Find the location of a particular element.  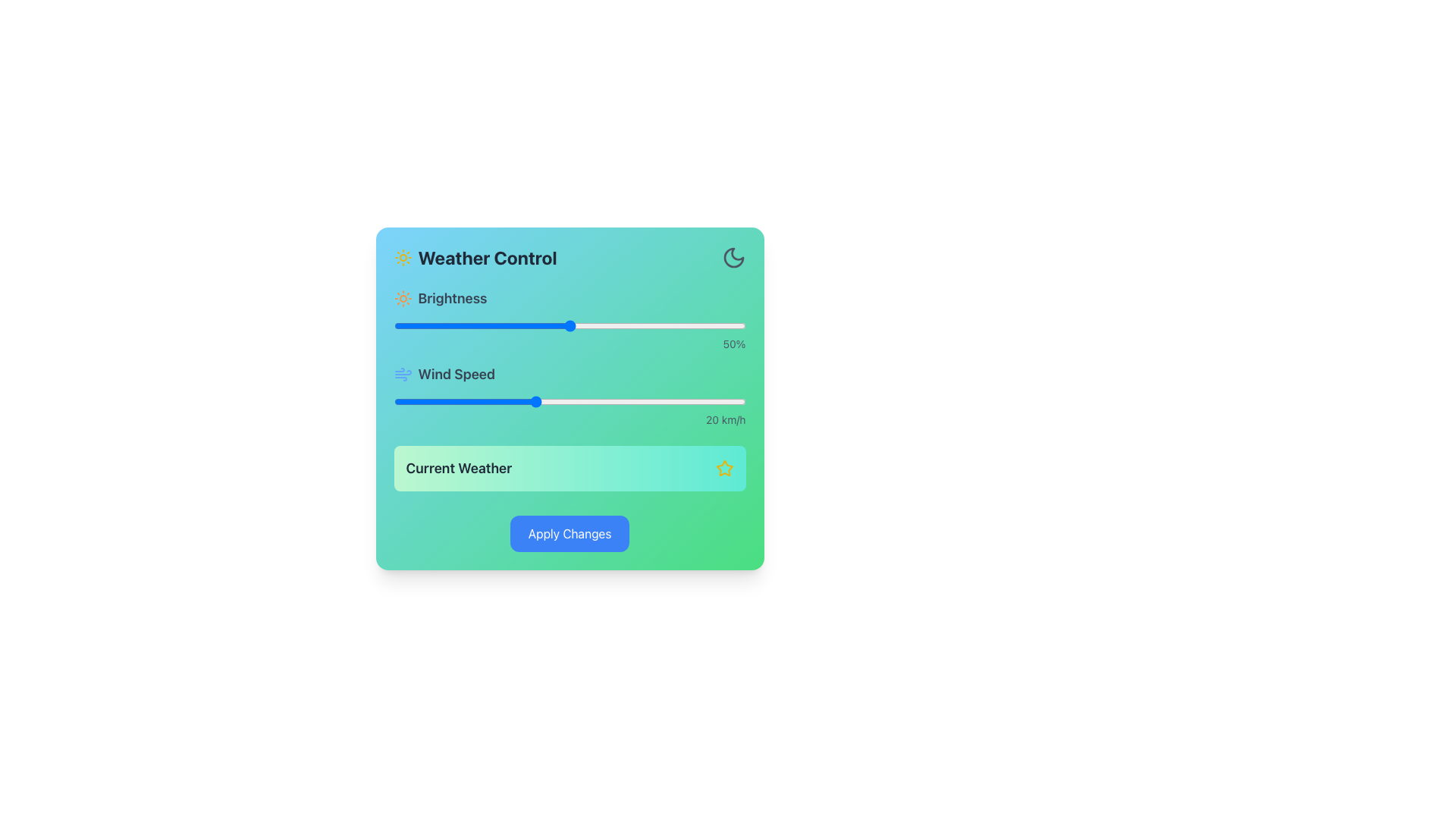

the wind speed is located at coordinates (548, 400).